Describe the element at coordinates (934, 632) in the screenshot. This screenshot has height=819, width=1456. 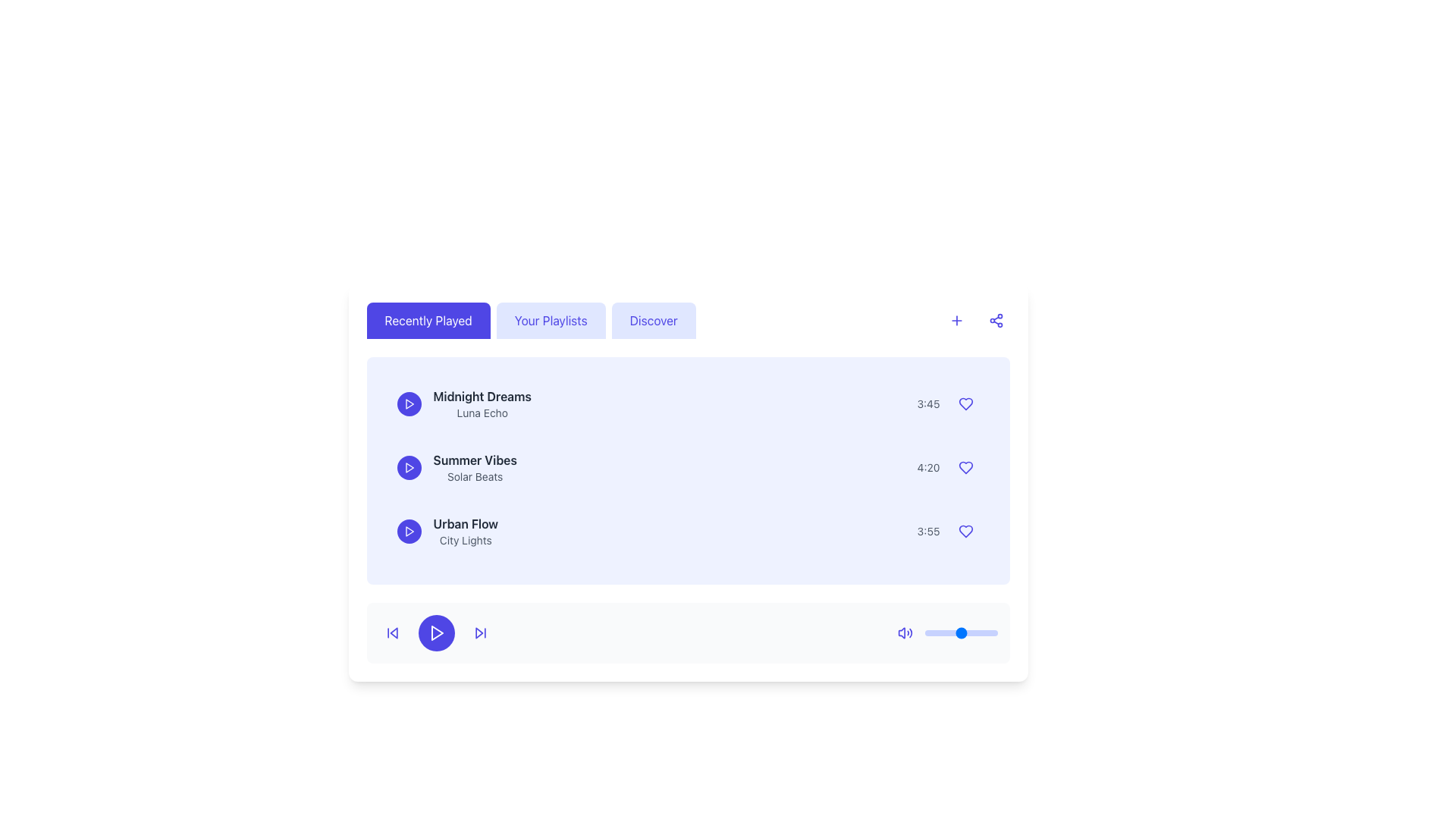
I see `the slider` at that location.